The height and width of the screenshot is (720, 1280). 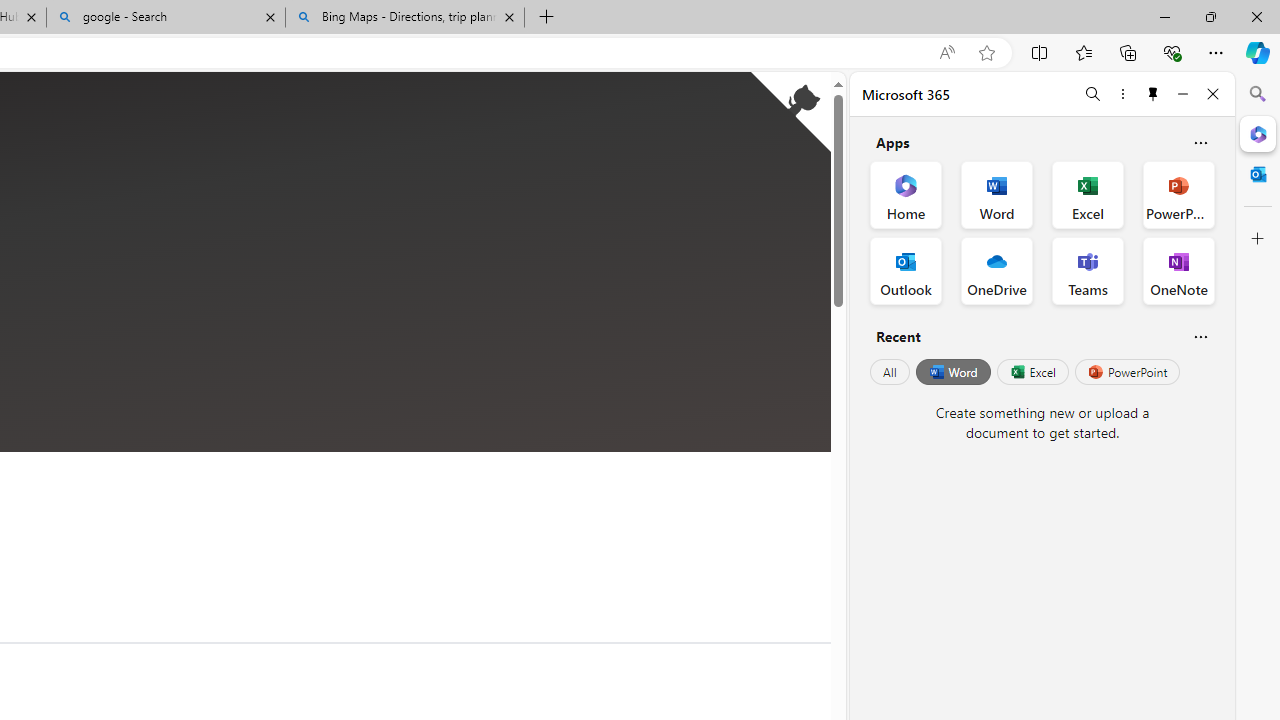 What do you see at coordinates (1178, 195) in the screenshot?
I see `'PowerPoint Office App'` at bounding box center [1178, 195].